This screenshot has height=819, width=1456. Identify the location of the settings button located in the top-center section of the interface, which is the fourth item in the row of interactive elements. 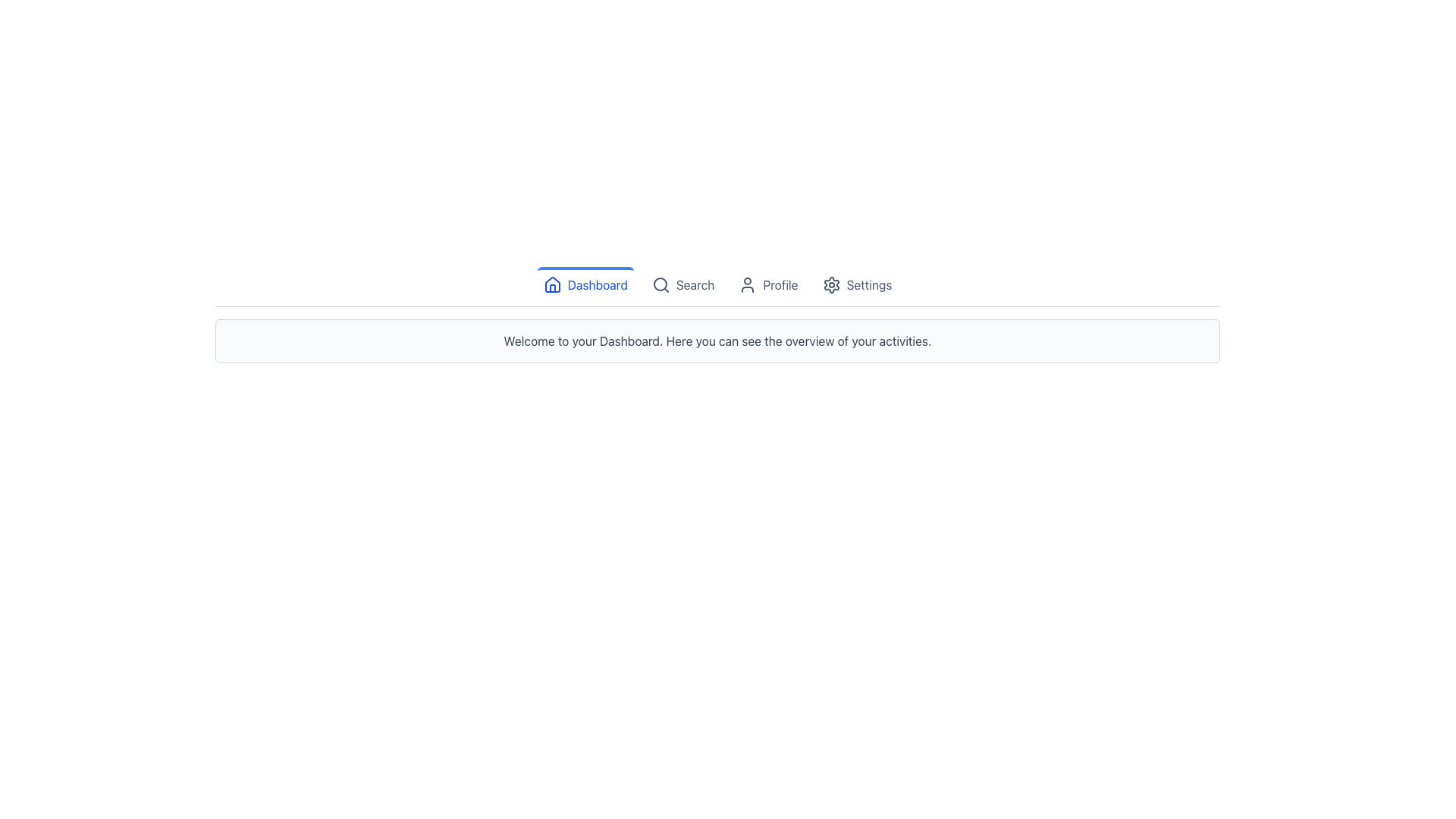
(857, 284).